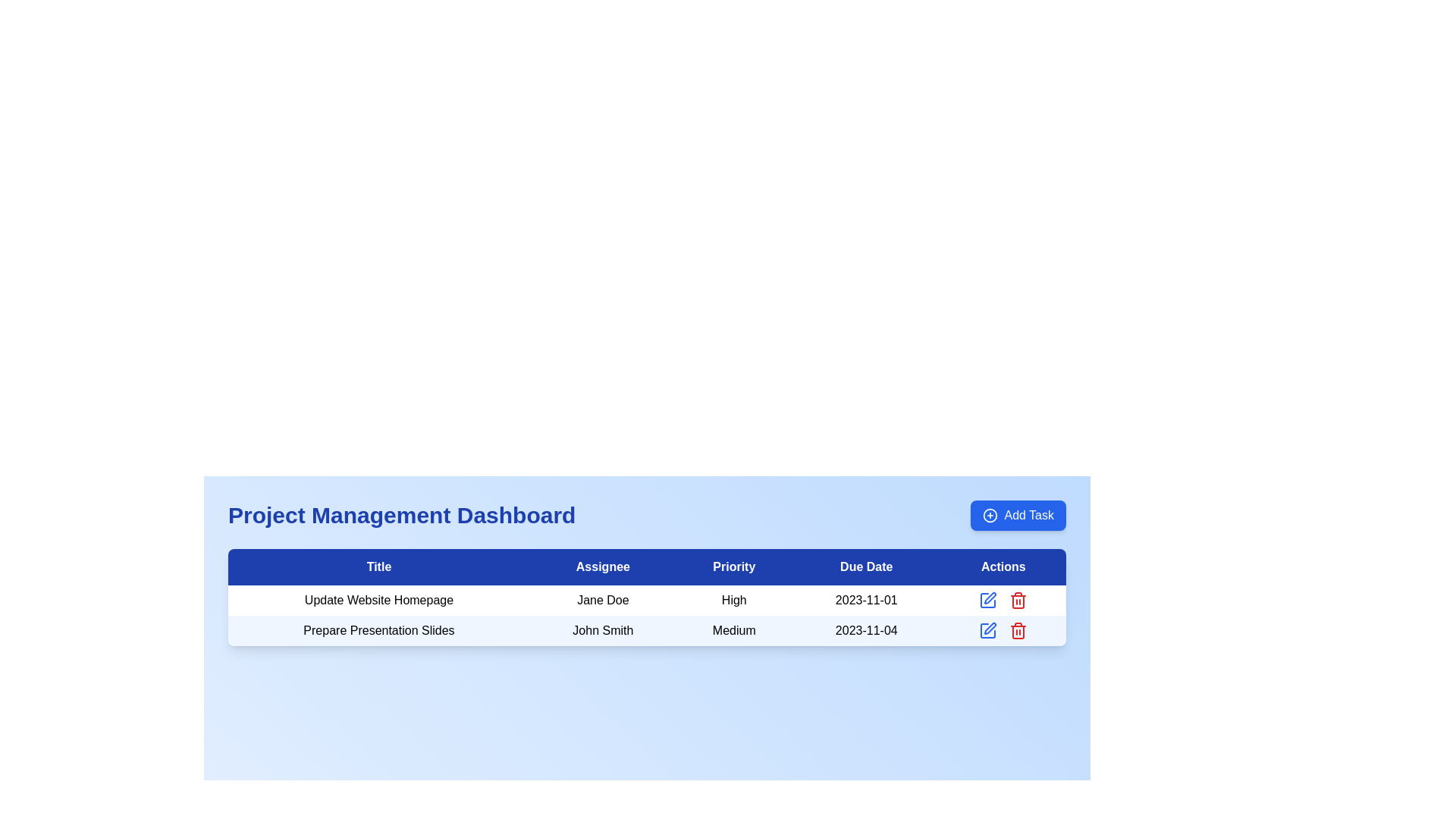 The height and width of the screenshot is (819, 1456). Describe the element at coordinates (866, 567) in the screenshot. I see `the 'Due Date' text label, which is the fourth header in the table, located between 'Priority' and 'Actions'` at that location.